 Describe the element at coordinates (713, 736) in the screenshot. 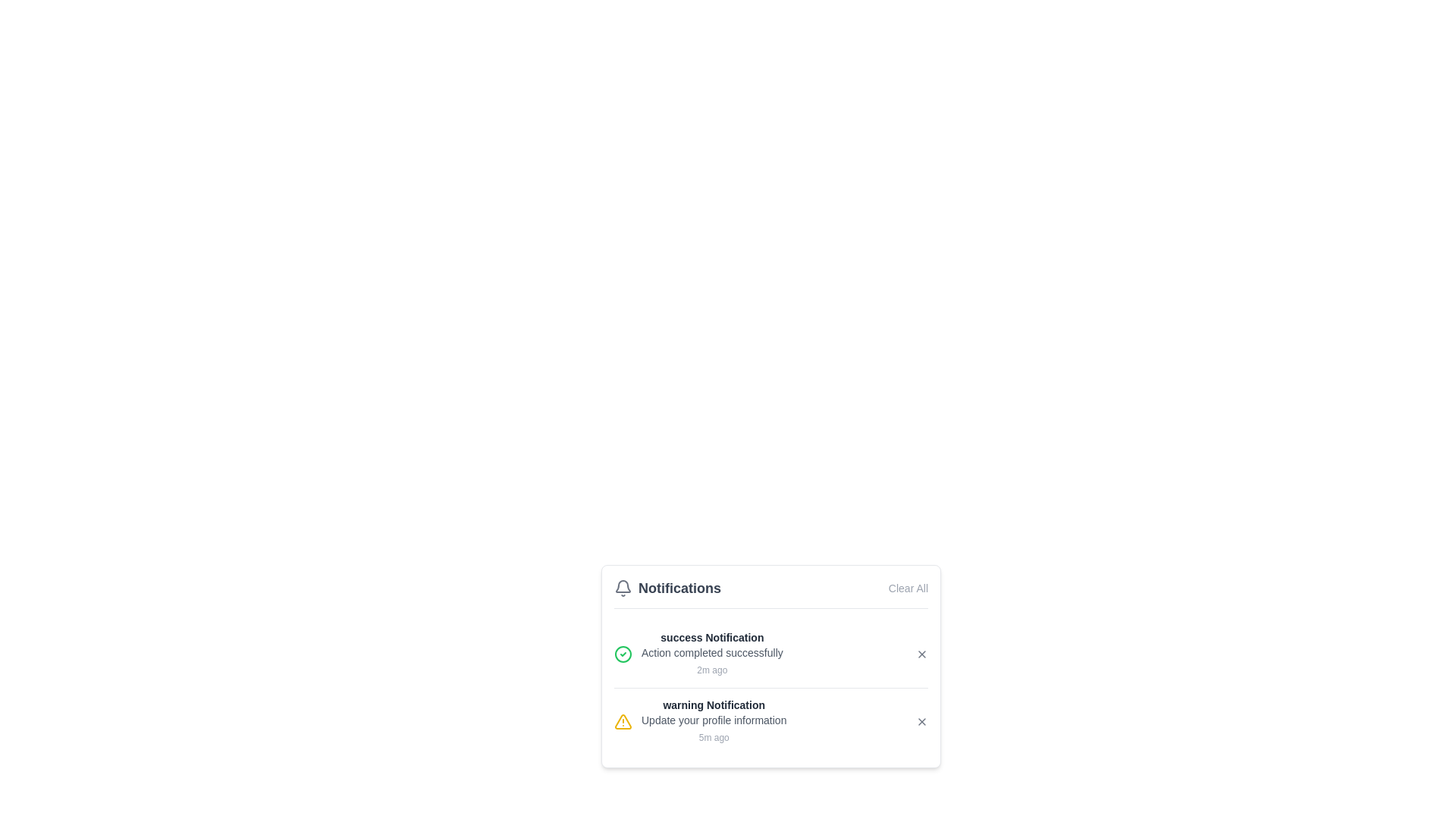

I see `the Timestamp label displaying '5m ago' located at the bottom-right corner of the notification that advises to 'Update your profile information.'` at that location.